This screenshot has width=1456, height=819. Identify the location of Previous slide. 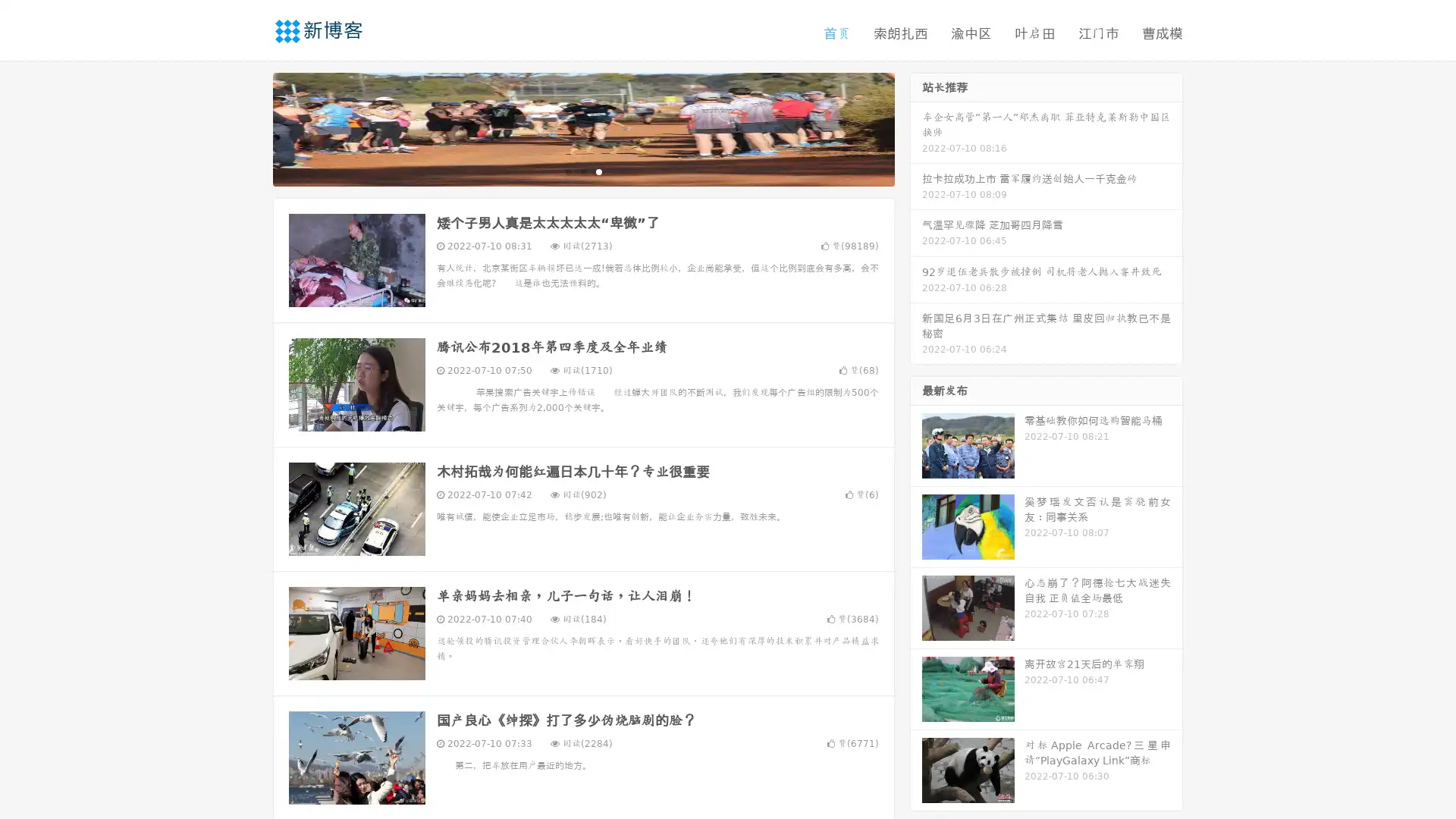
(250, 127).